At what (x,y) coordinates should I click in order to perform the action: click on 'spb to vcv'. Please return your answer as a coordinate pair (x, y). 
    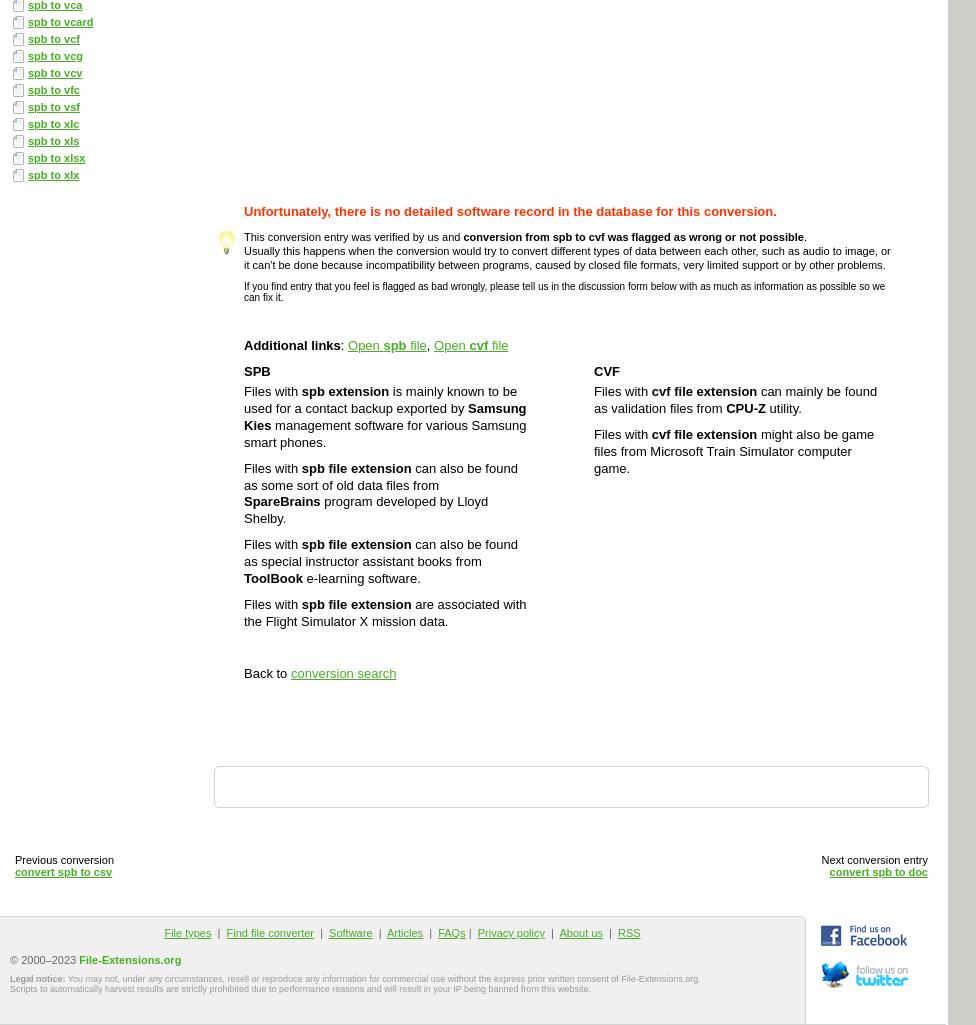
    Looking at the image, I should click on (55, 71).